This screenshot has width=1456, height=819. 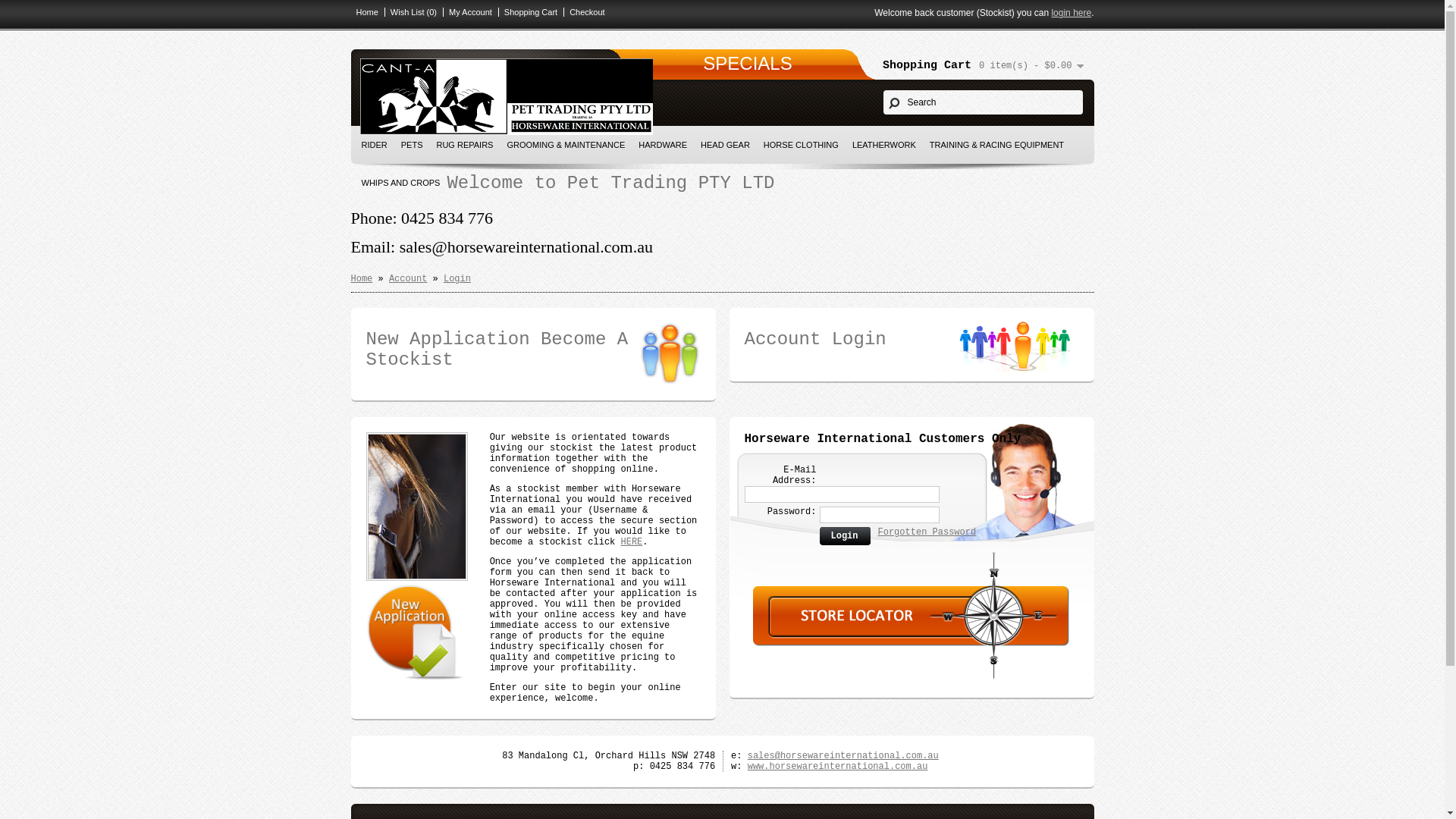 What do you see at coordinates (996, 145) in the screenshot?
I see `'TRAINING & RACING EQUIPMENT'` at bounding box center [996, 145].